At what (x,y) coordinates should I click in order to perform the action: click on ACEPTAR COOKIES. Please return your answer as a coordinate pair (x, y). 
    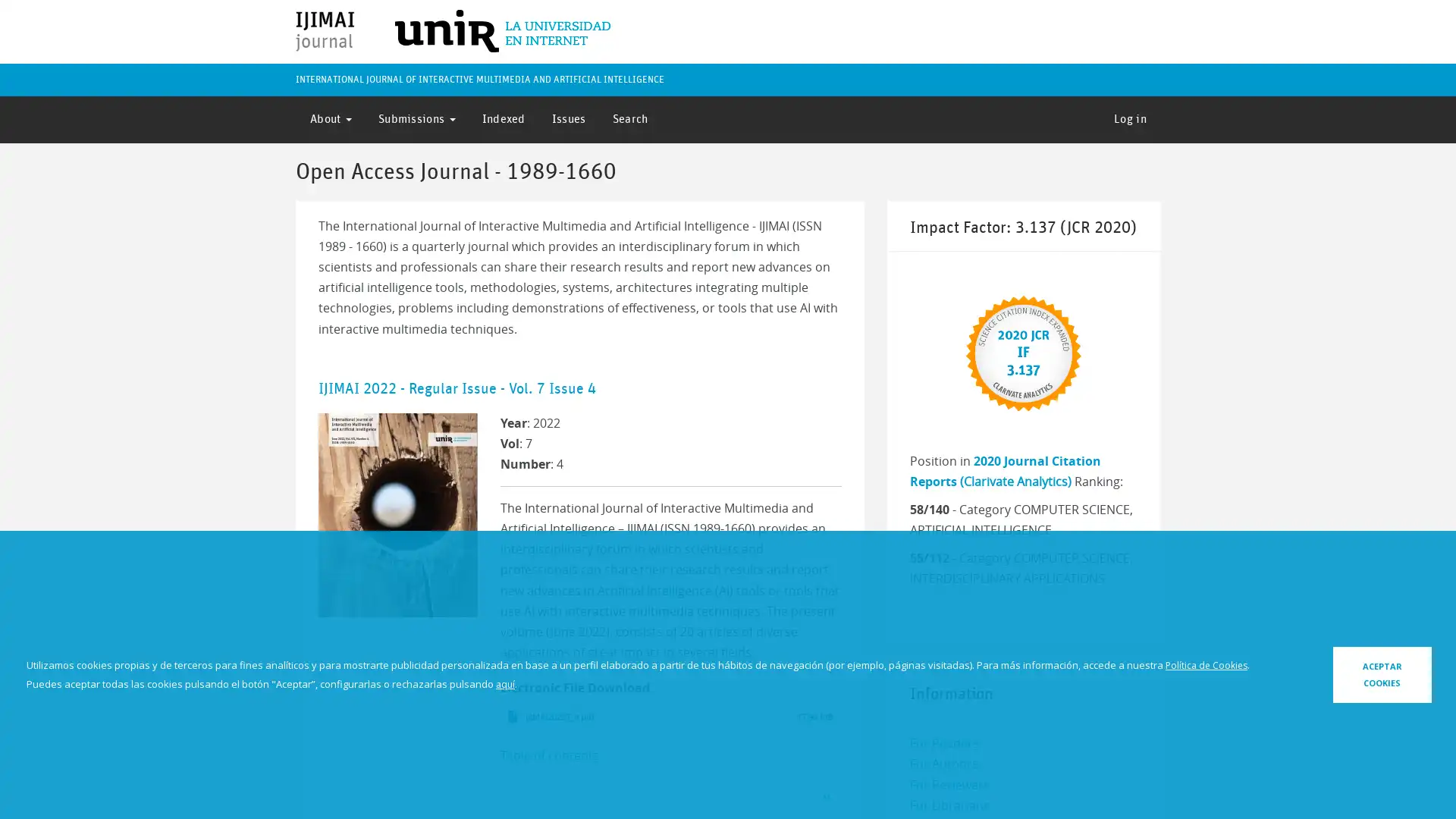
    Looking at the image, I should click on (1340, 673).